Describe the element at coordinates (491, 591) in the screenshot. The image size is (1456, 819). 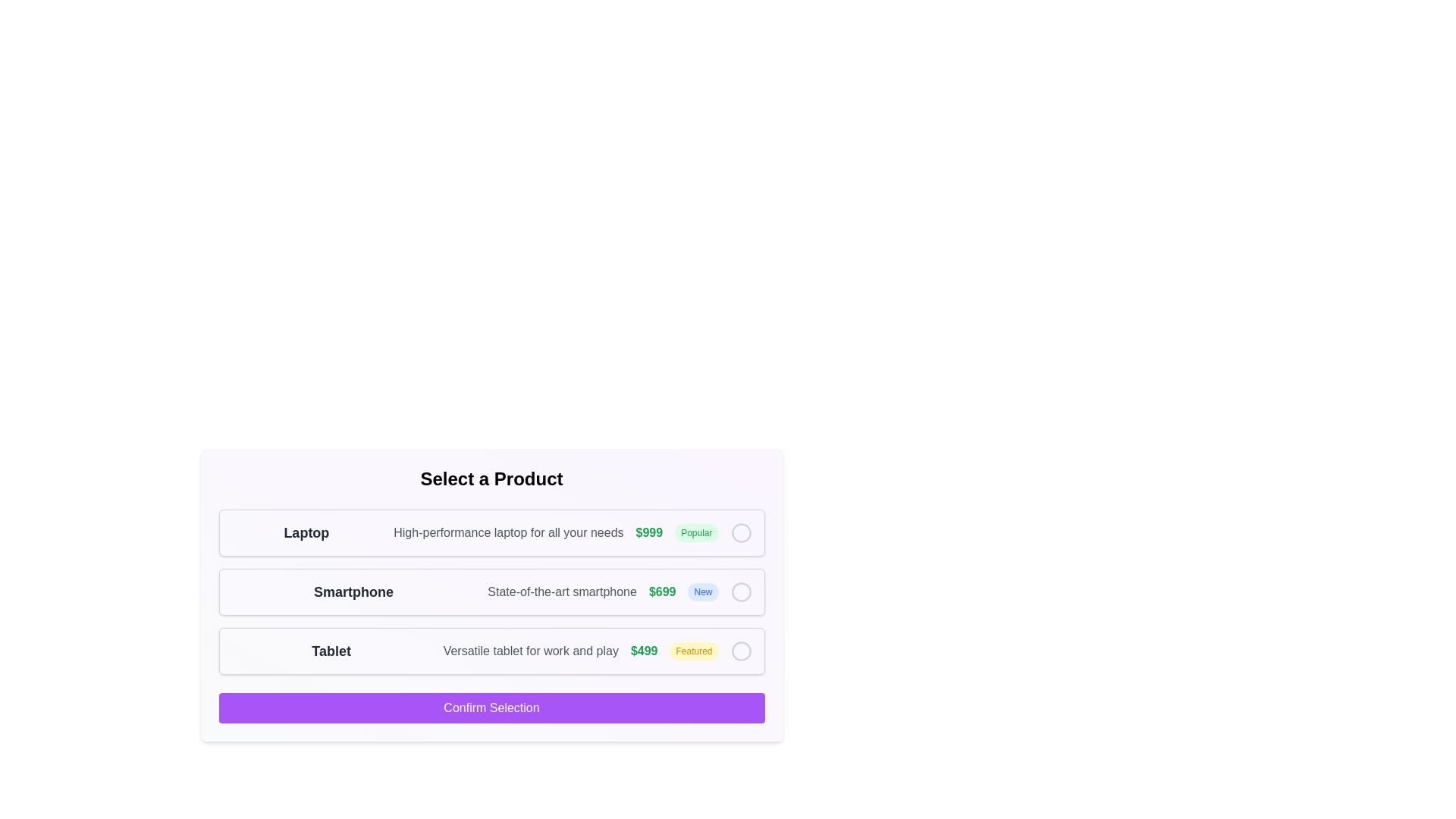
I see `the 'Smartphone' selectable product option, which is the second item in a vertical list of three options` at that location.